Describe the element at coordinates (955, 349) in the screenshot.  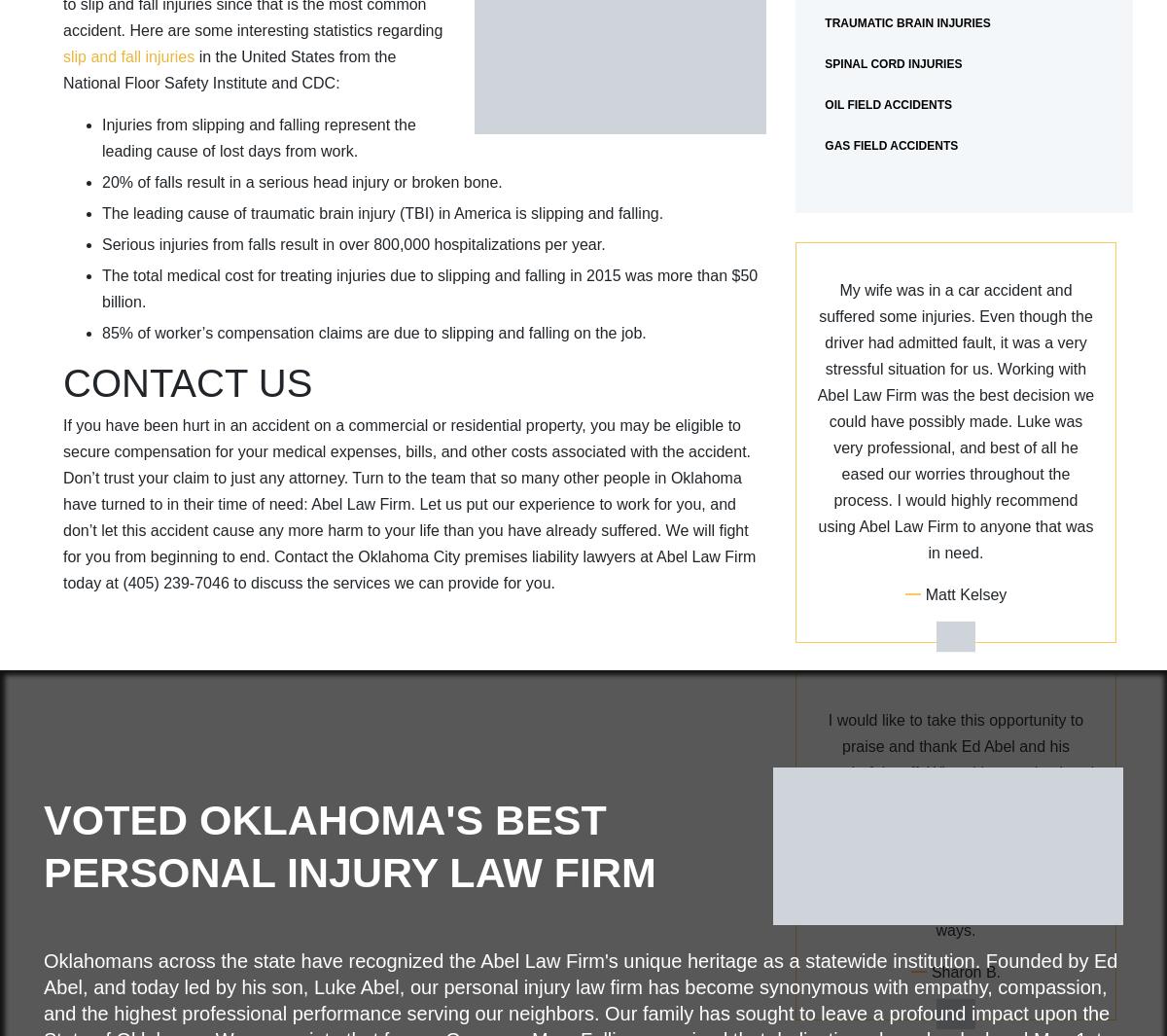
I see `'Abel Law Firm is 100% trustworthy!'` at that location.